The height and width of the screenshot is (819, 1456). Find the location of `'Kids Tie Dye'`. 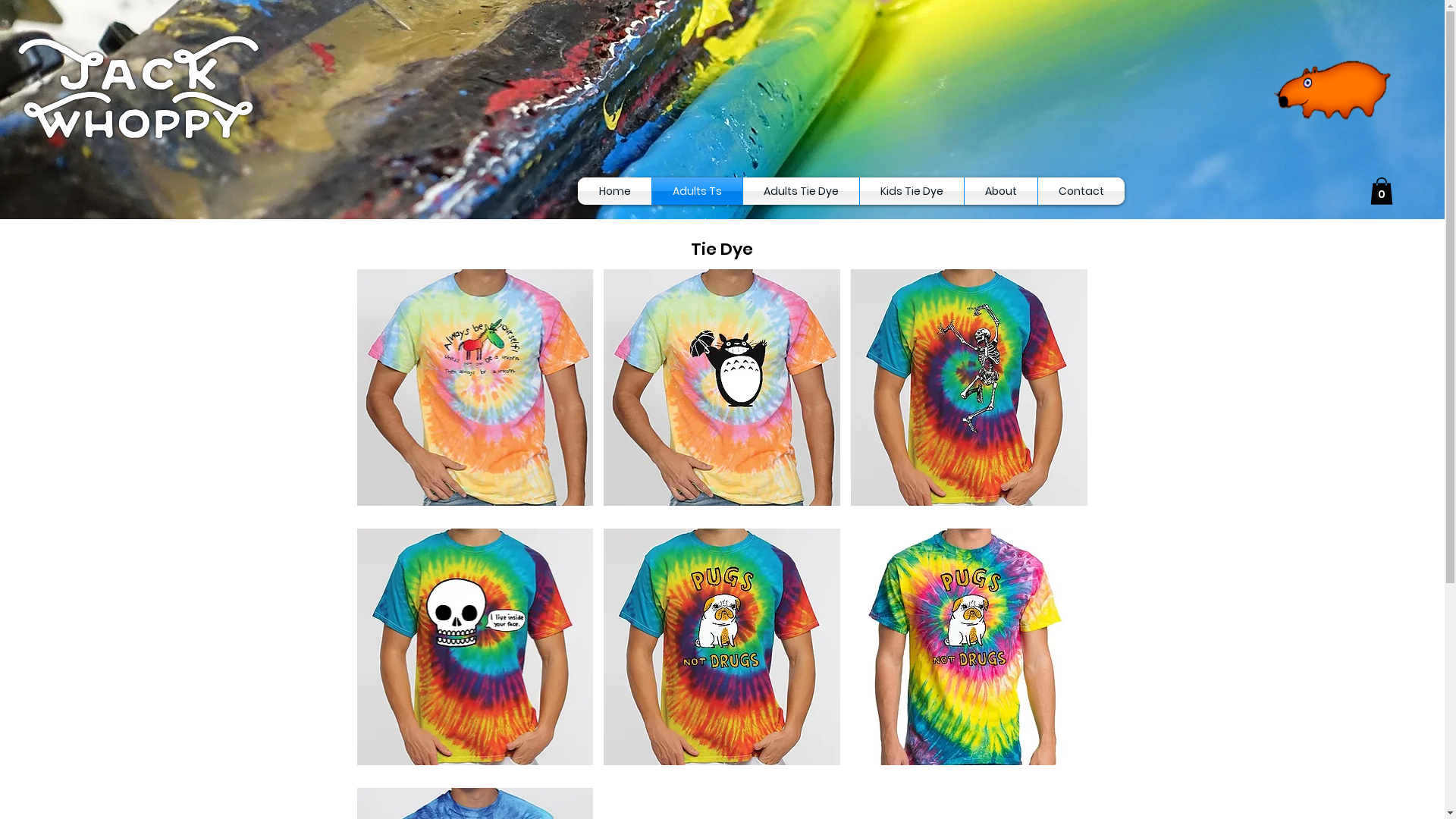

'Kids Tie Dye' is located at coordinates (911, 190).